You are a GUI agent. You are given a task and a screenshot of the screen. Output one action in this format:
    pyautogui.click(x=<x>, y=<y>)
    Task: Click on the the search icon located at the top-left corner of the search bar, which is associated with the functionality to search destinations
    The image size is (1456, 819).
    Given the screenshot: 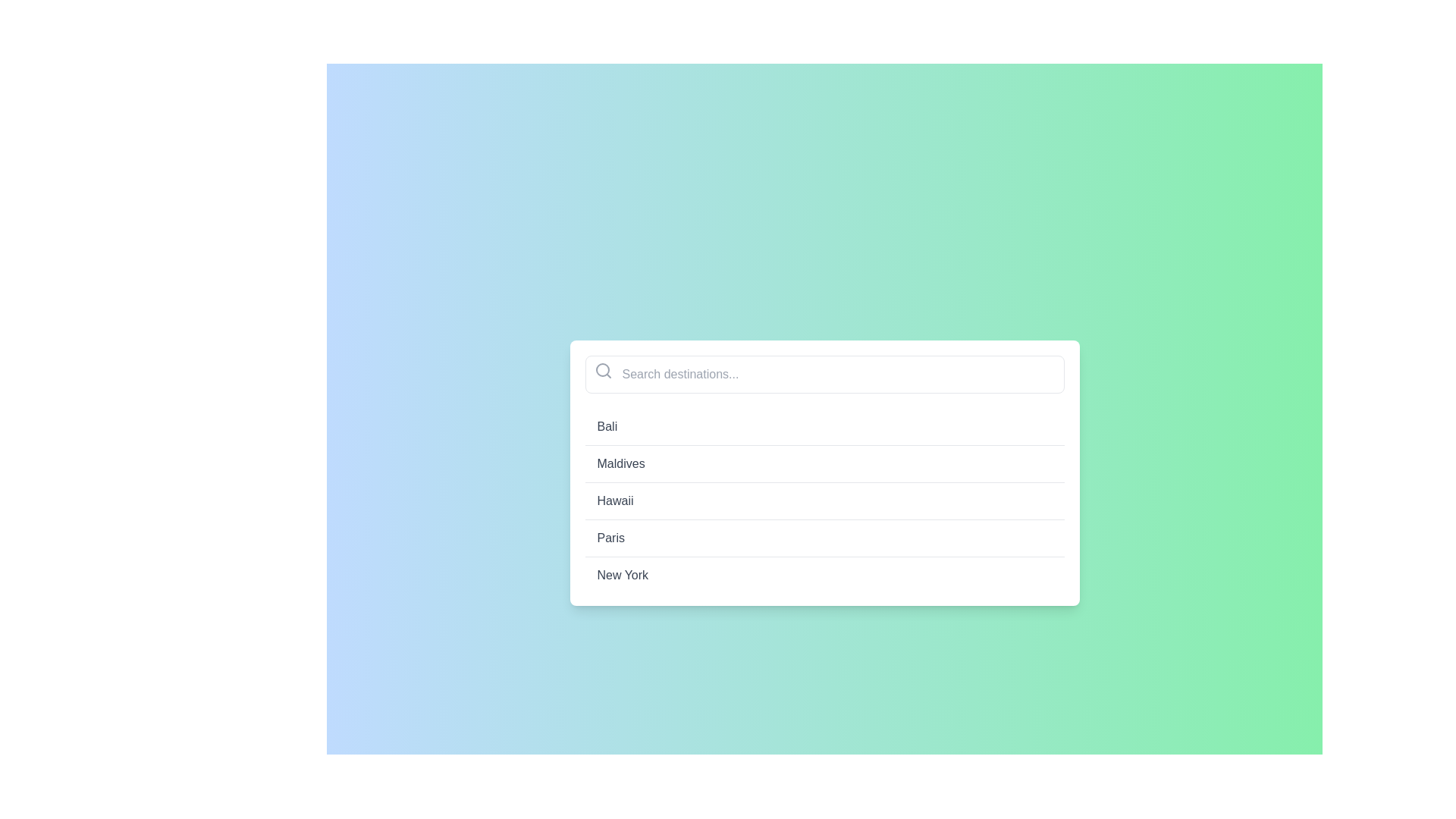 What is the action you would take?
    pyautogui.click(x=602, y=371)
    